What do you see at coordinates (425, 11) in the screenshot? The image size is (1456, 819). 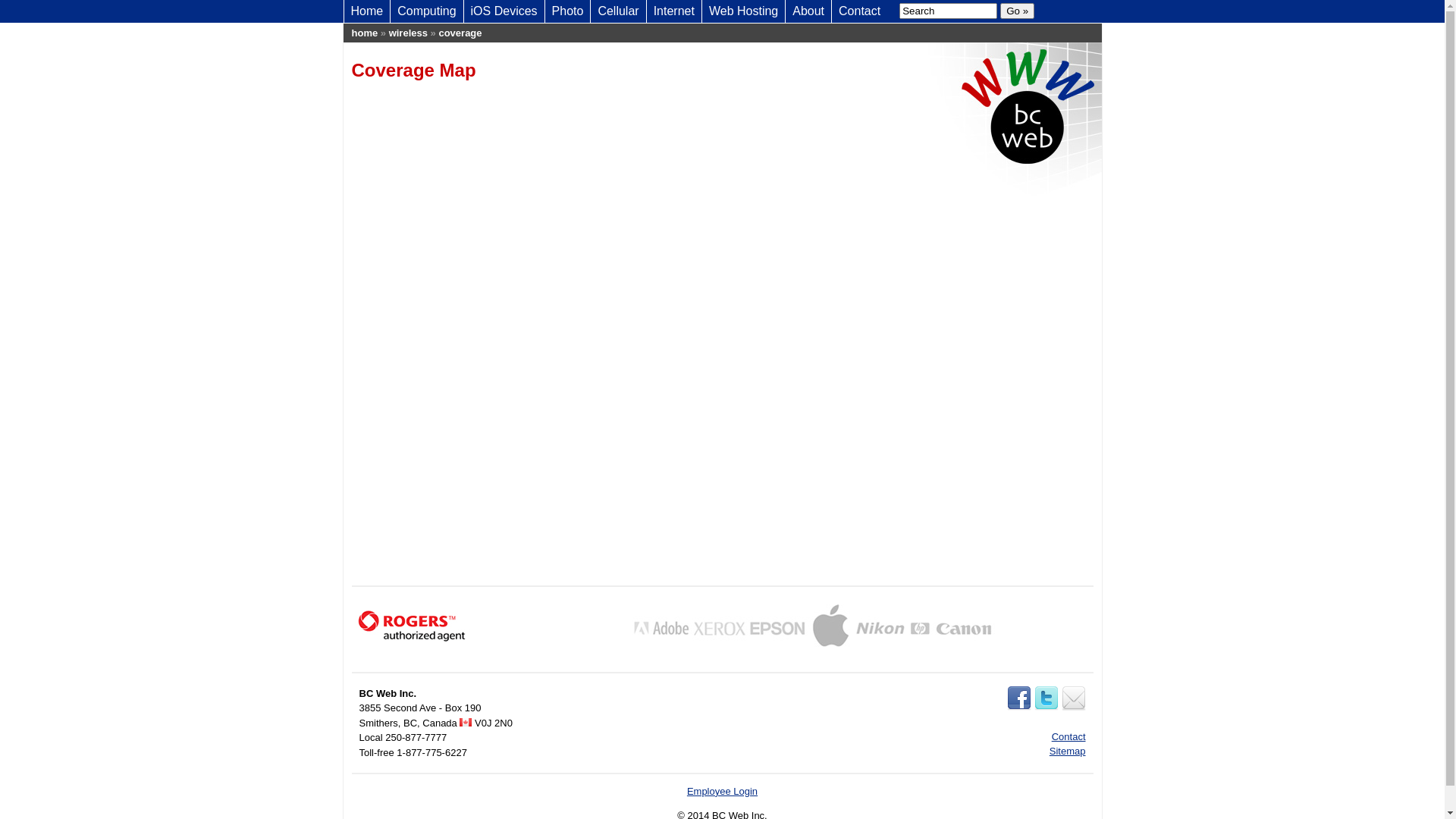 I see `'Computing'` at bounding box center [425, 11].